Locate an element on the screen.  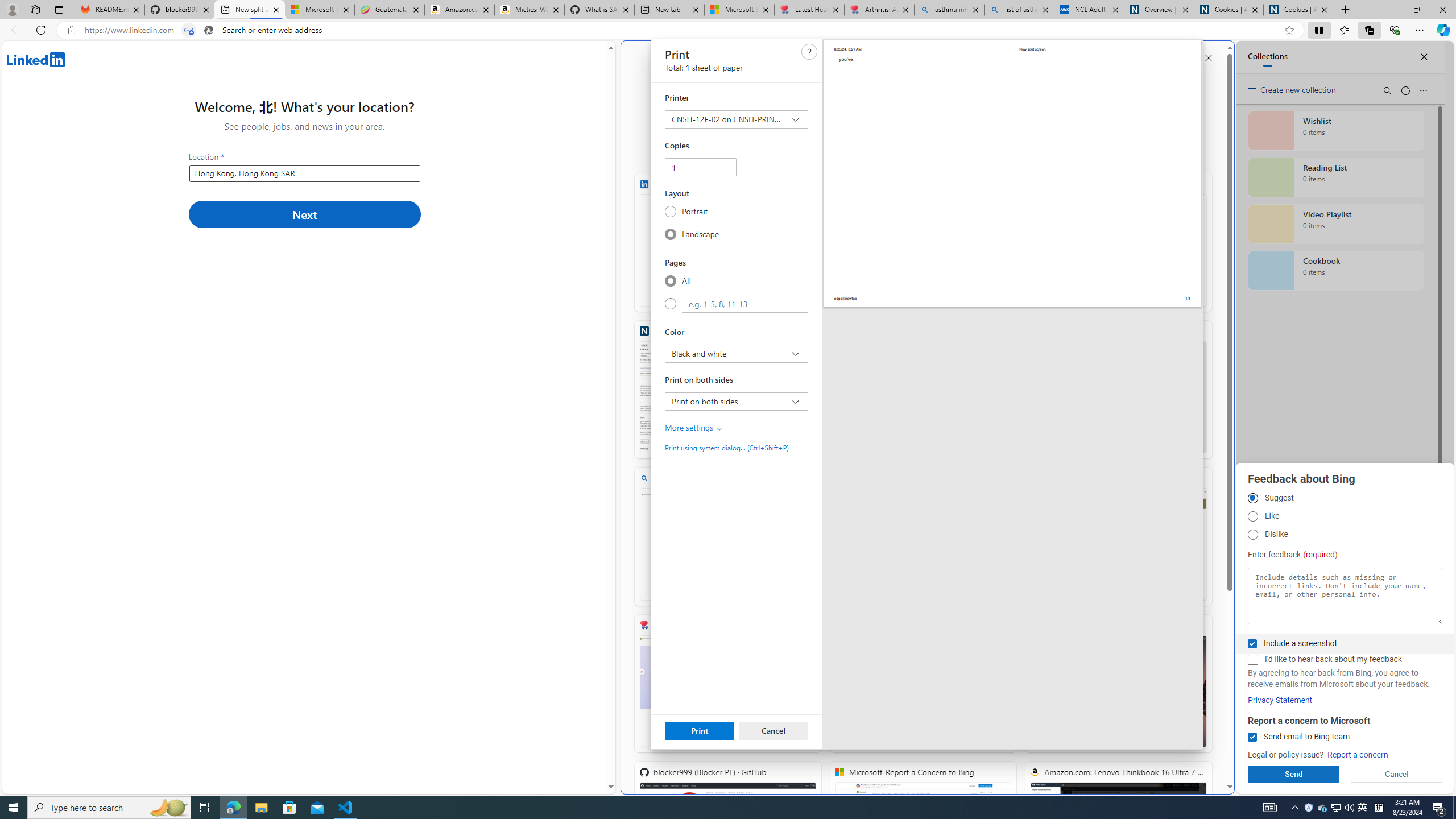
'Portrait' is located at coordinates (670, 211).